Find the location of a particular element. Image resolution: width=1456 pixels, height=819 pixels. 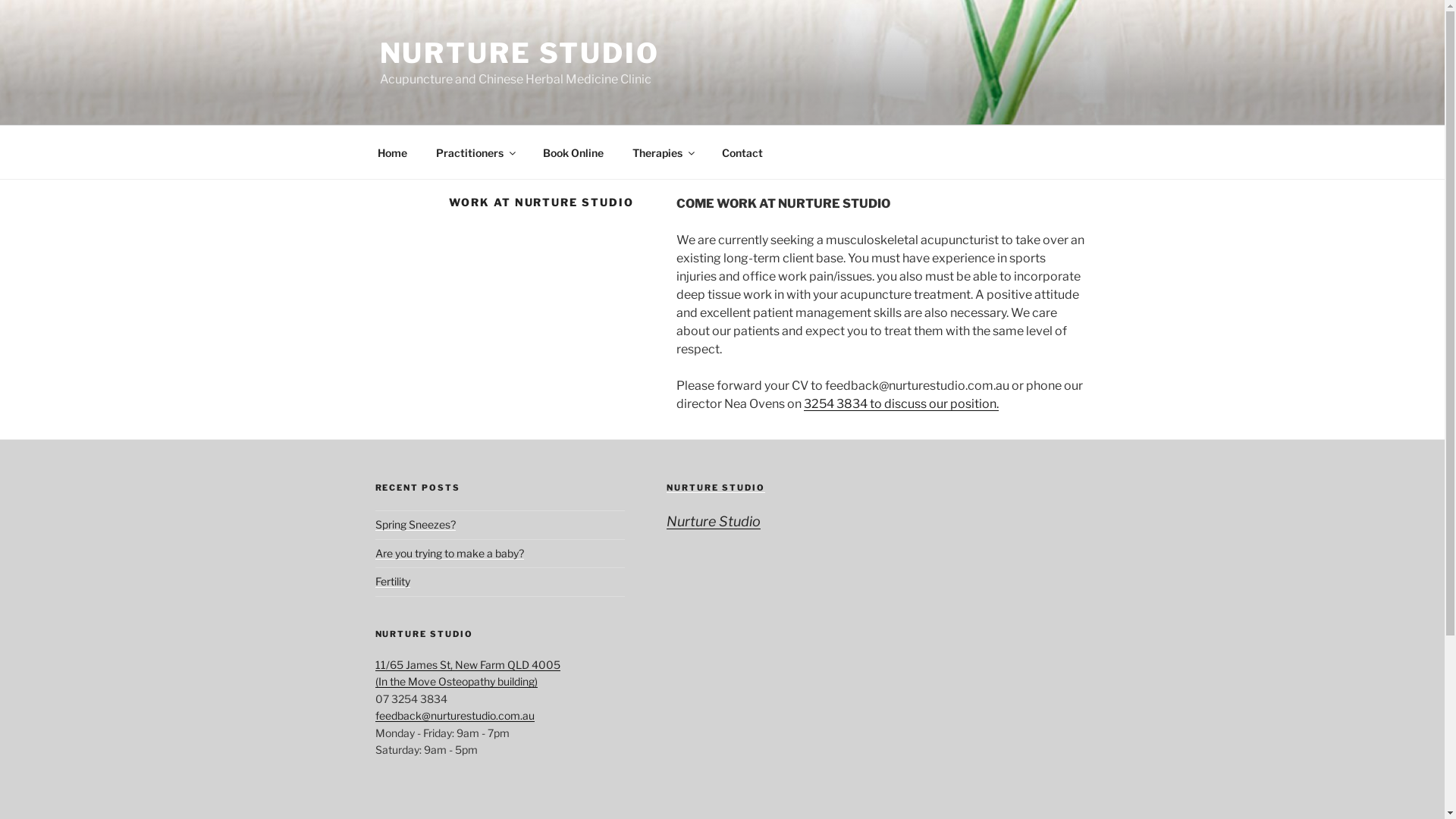

'feedback@nurturestudio.com.au' is located at coordinates (453, 715).